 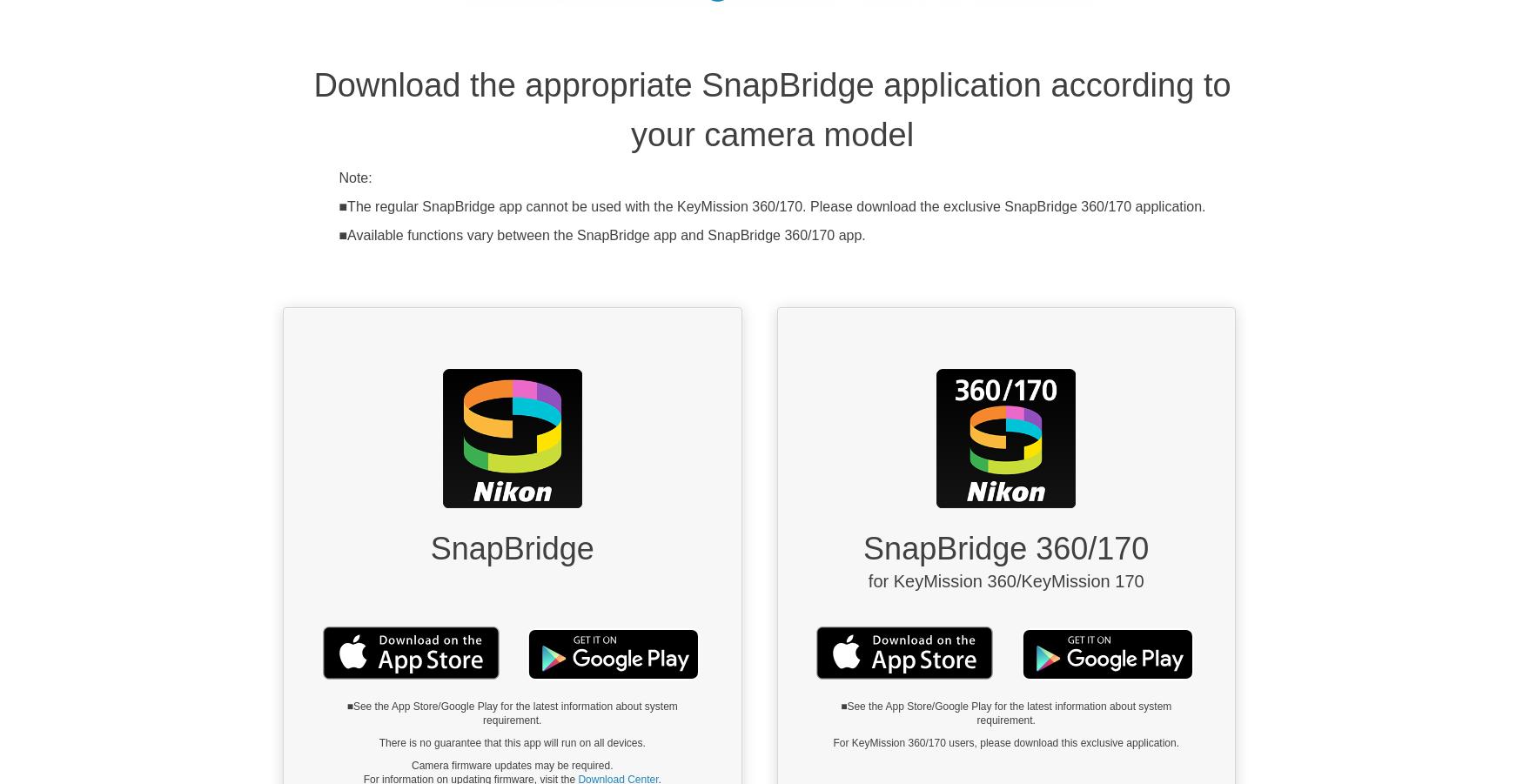 What do you see at coordinates (512, 548) in the screenshot?
I see `'SnapBridge'` at bounding box center [512, 548].